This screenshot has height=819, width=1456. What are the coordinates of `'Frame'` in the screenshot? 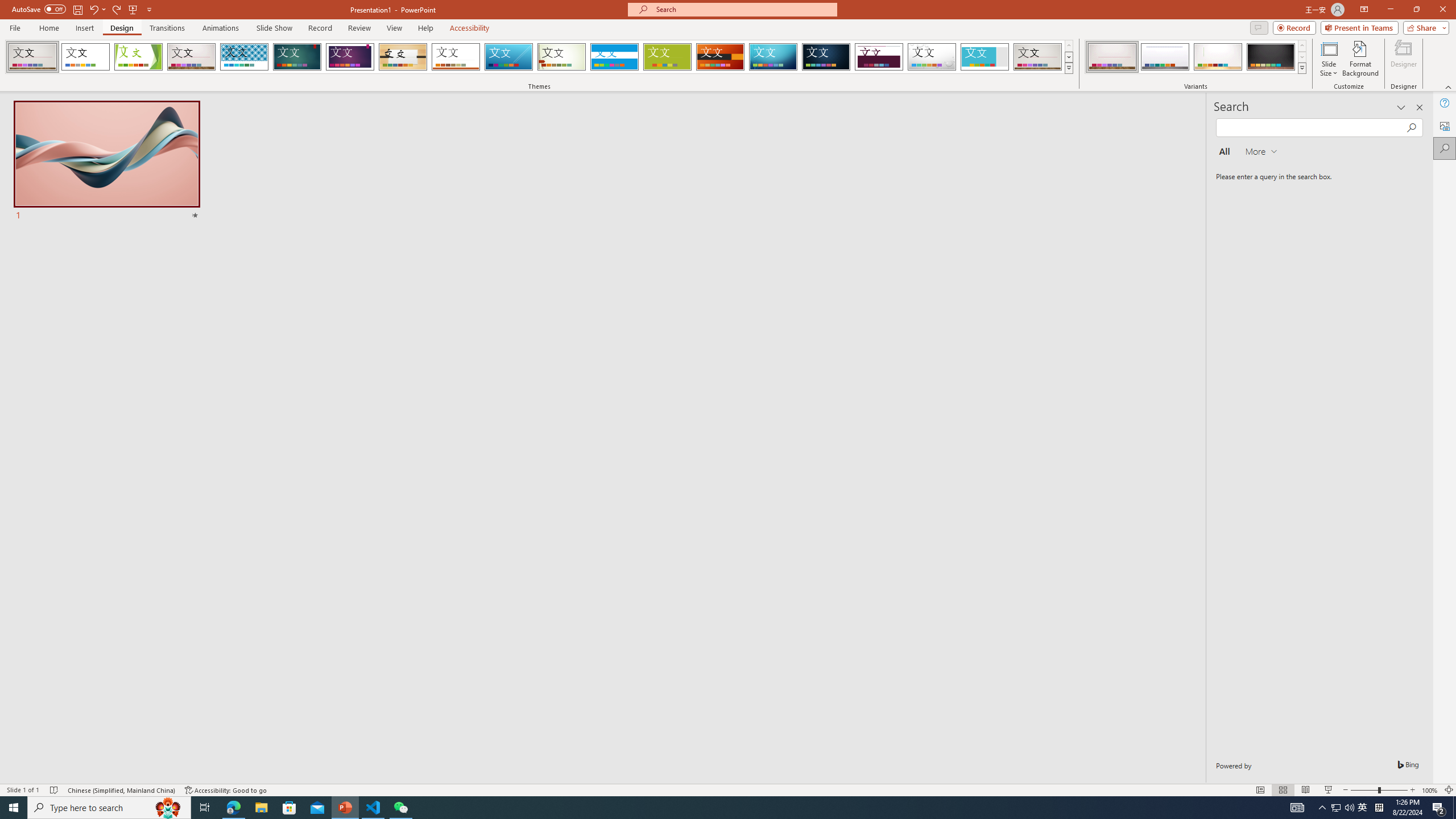 It's located at (985, 56).